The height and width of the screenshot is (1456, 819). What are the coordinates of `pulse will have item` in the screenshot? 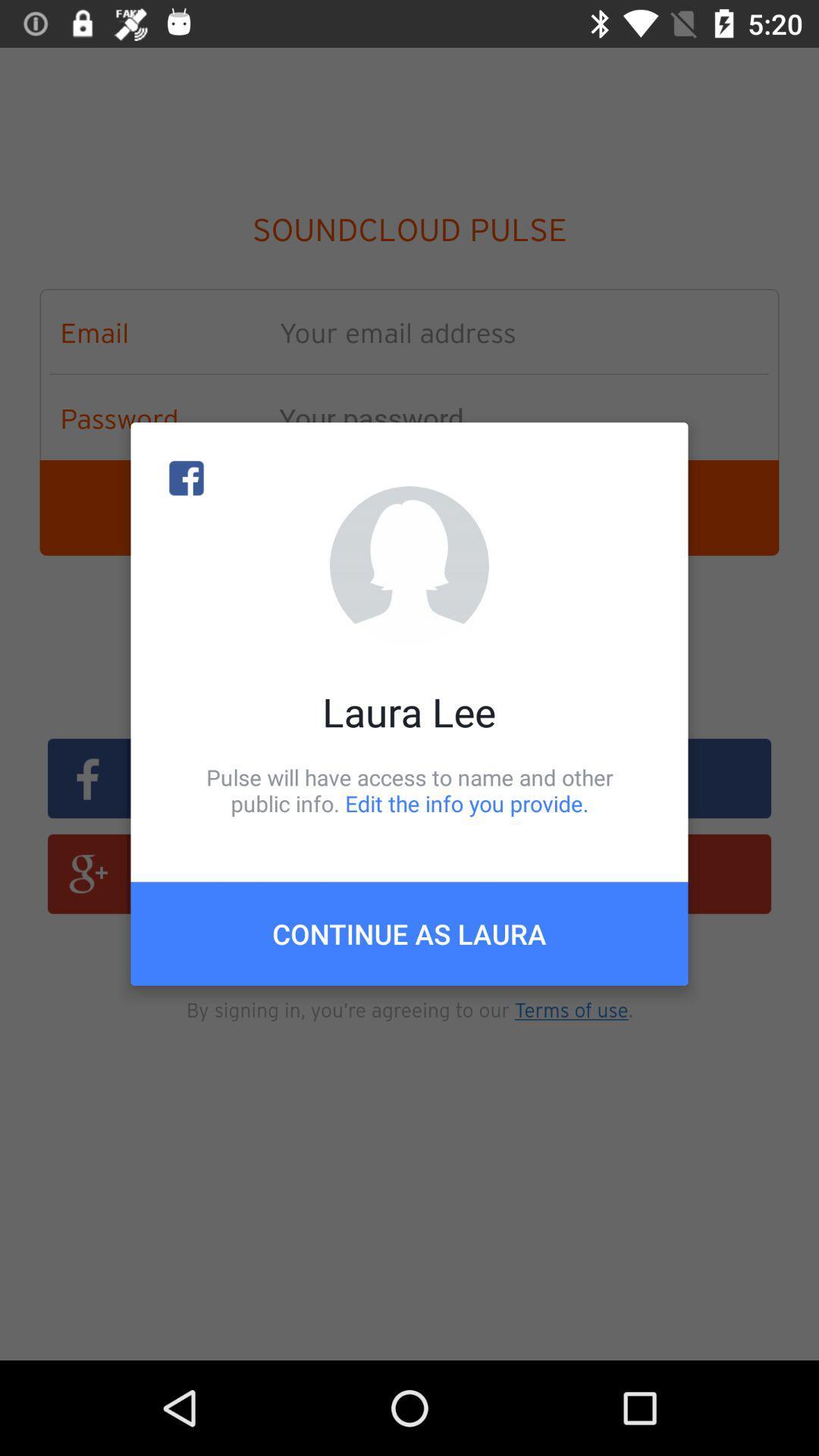 It's located at (409, 789).